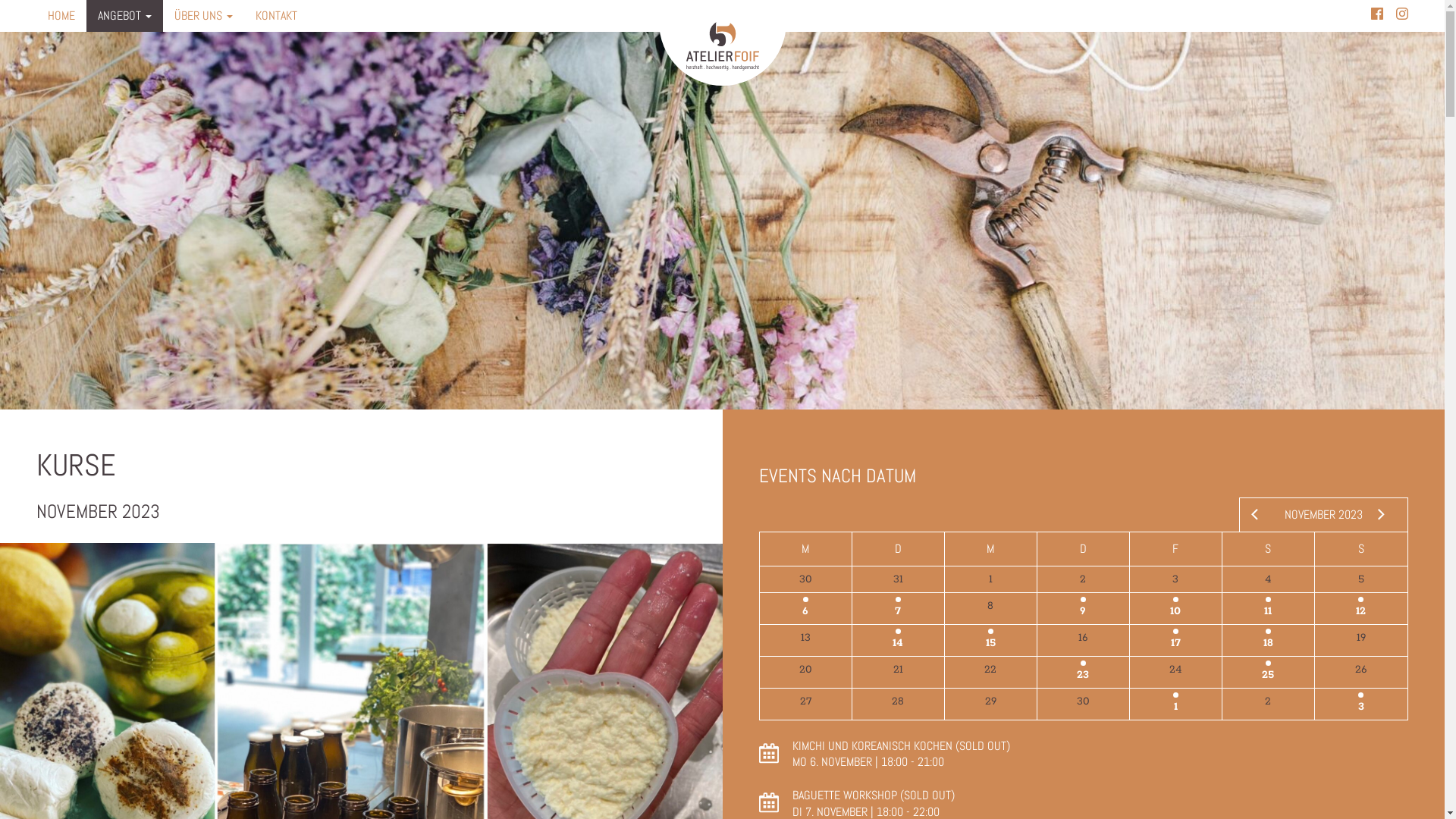 The width and height of the screenshot is (1456, 819). Describe the element at coordinates (1268, 579) in the screenshot. I see `'0 VERANSTALTUNGEN,` at that location.